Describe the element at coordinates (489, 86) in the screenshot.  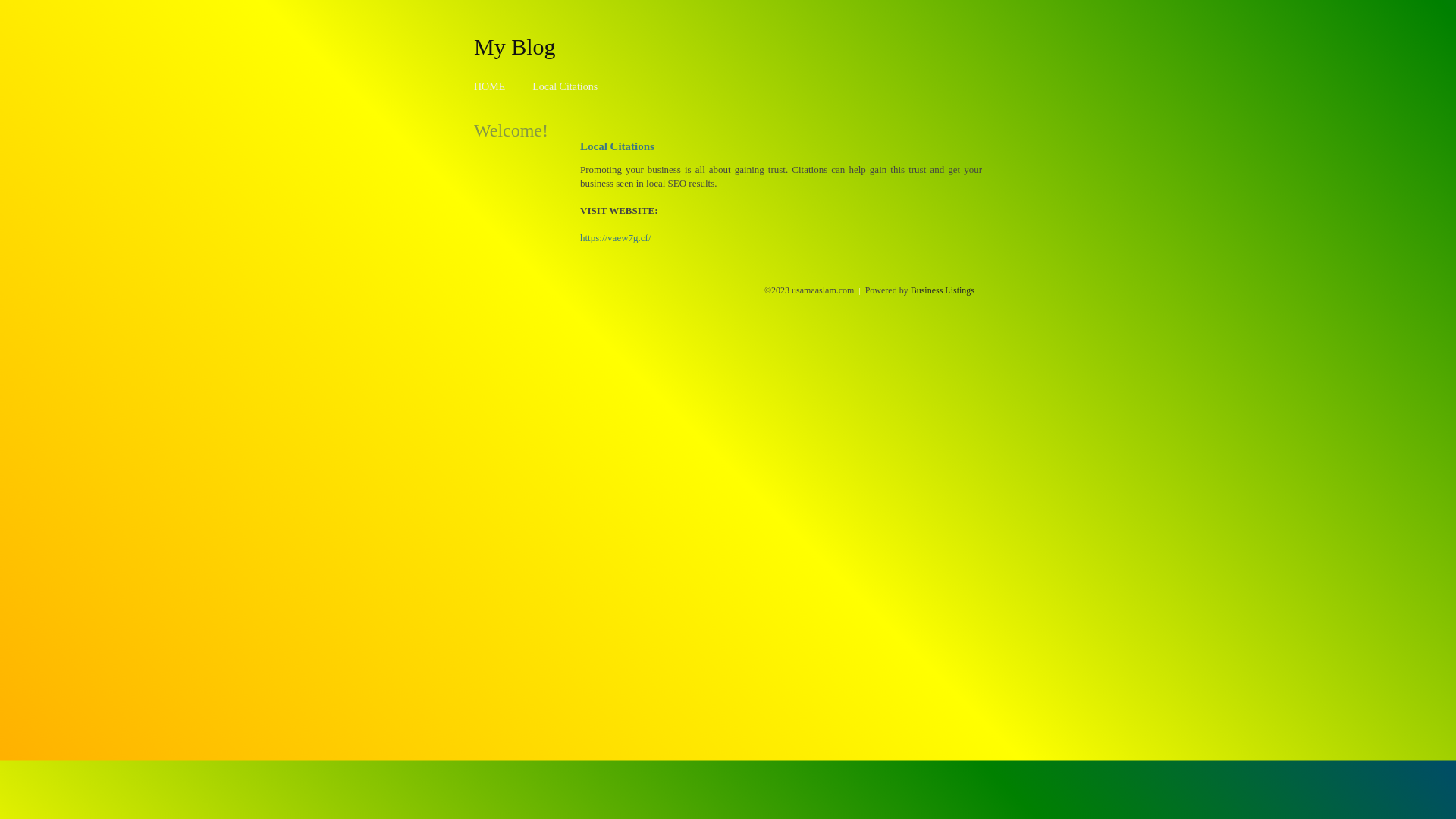
I see `'HOME'` at that location.